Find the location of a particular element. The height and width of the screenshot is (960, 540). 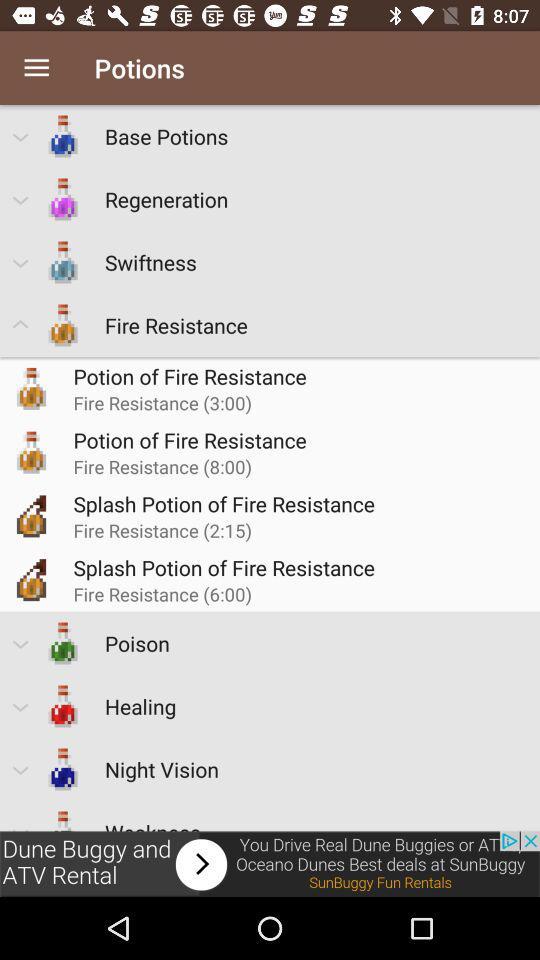

go through advertisement is located at coordinates (270, 863).